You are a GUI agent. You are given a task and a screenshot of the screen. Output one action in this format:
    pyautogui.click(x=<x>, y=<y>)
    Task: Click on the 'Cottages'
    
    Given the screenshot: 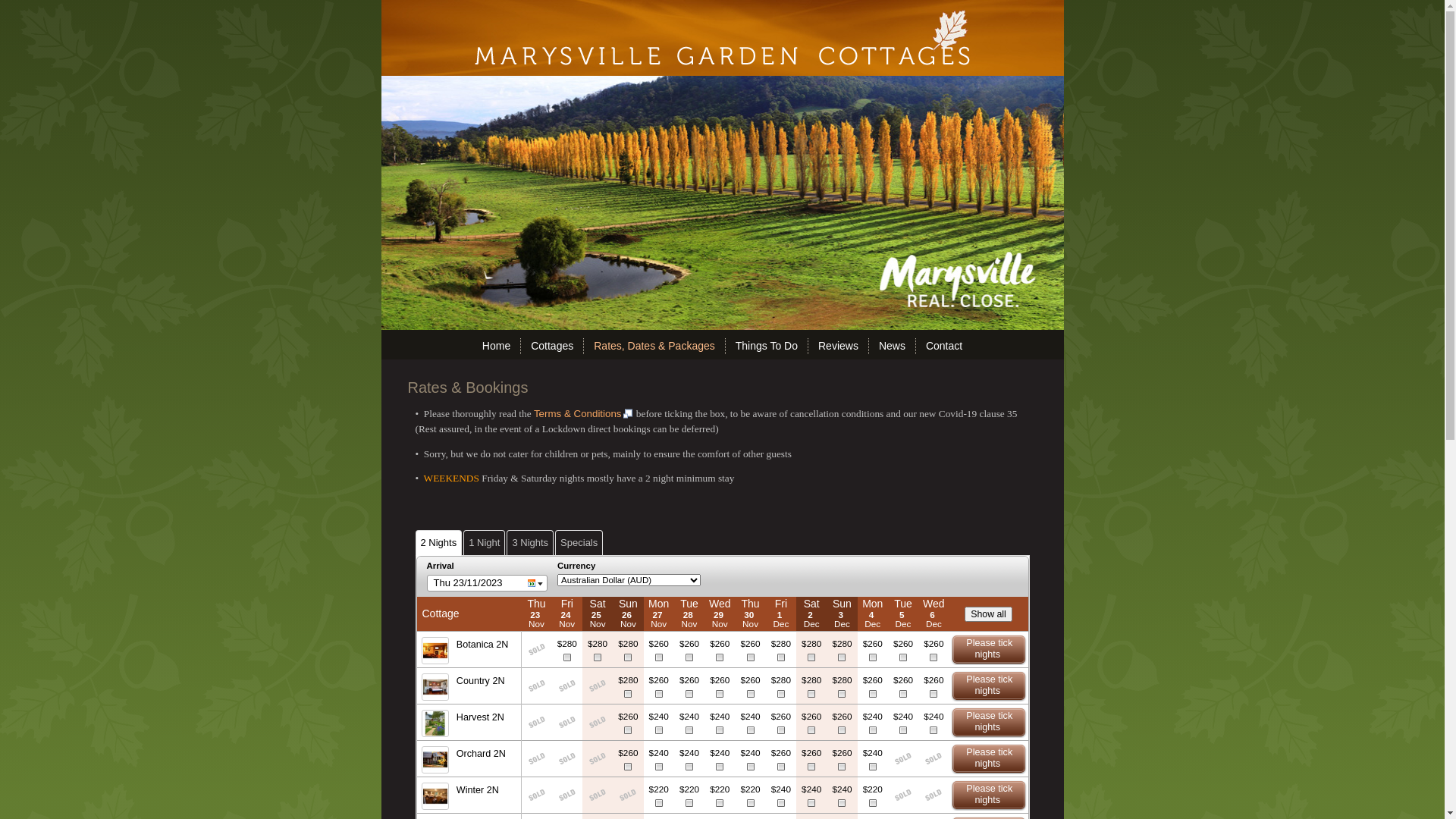 What is the action you would take?
    pyautogui.click(x=551, y=345)
    